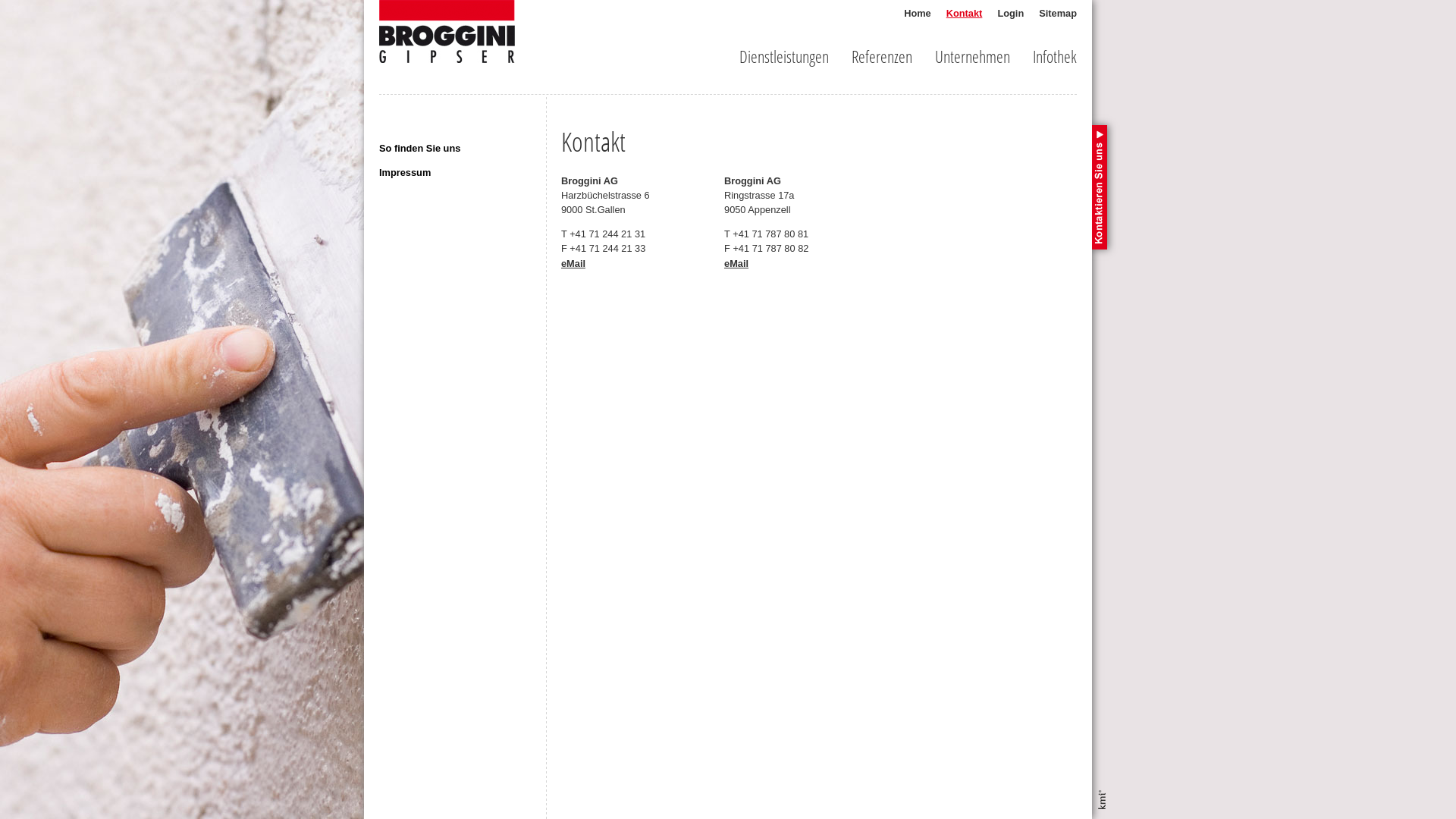  What do you see at coordinates (1057, 13) in the screenshot?
I see `'Sitemap'` at bounding box center [1057, 13].